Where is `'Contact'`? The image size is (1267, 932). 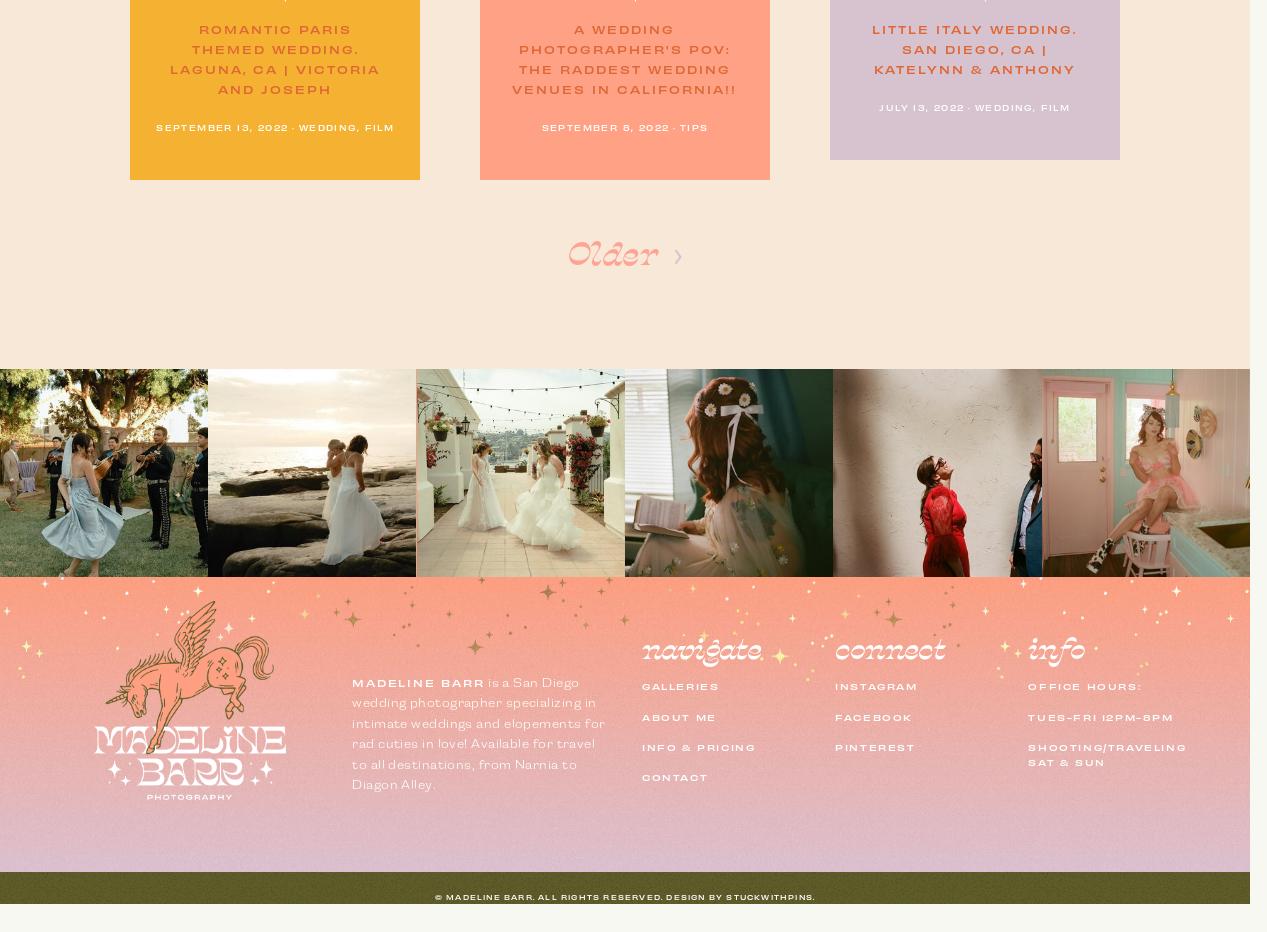
'Contact' is located at coordinates (675, 775).